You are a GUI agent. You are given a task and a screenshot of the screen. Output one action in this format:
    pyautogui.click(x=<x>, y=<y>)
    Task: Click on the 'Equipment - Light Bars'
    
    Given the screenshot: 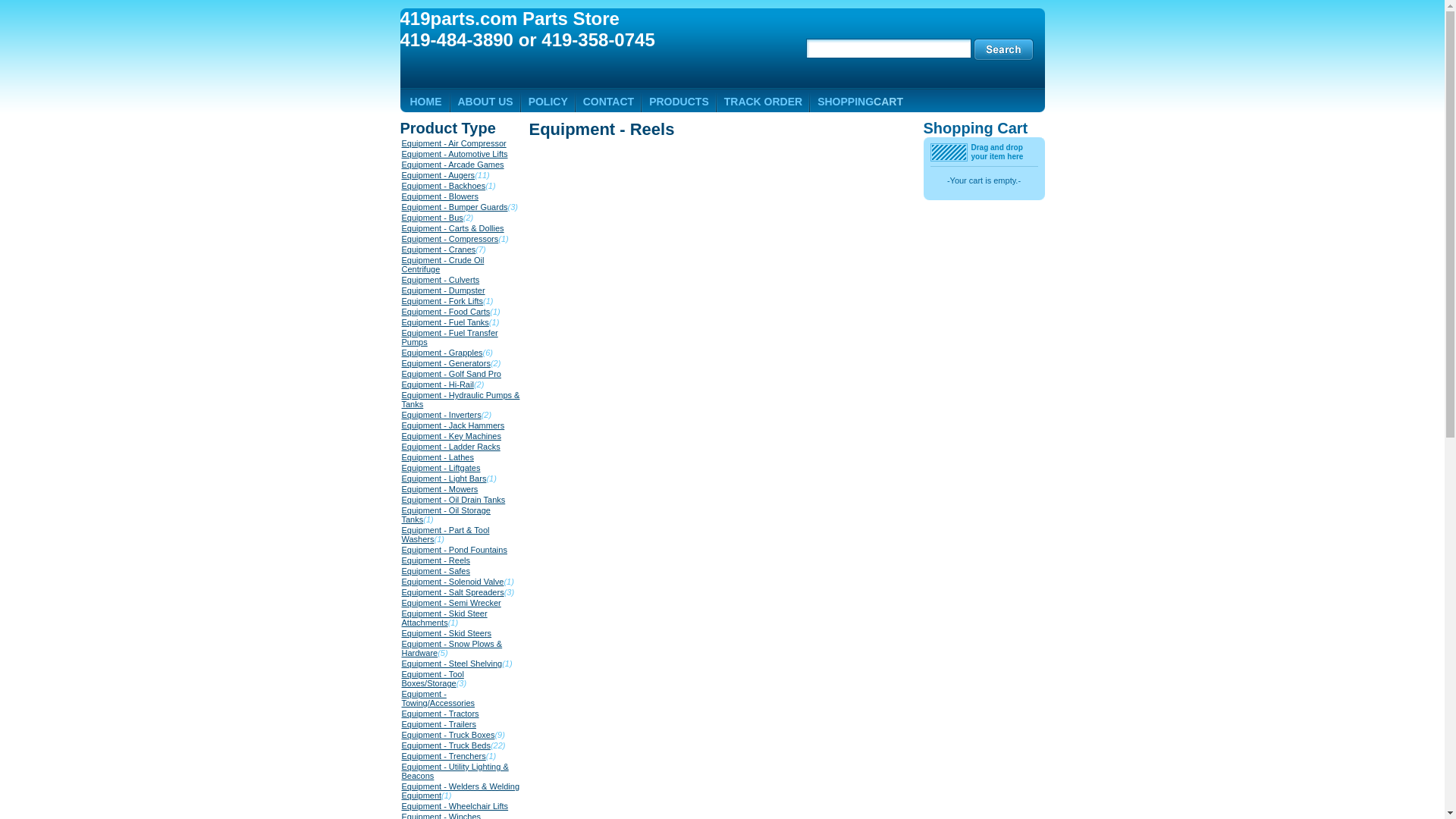 What is the action you would take?
    pyautogui.click(x=443, y=479)
    